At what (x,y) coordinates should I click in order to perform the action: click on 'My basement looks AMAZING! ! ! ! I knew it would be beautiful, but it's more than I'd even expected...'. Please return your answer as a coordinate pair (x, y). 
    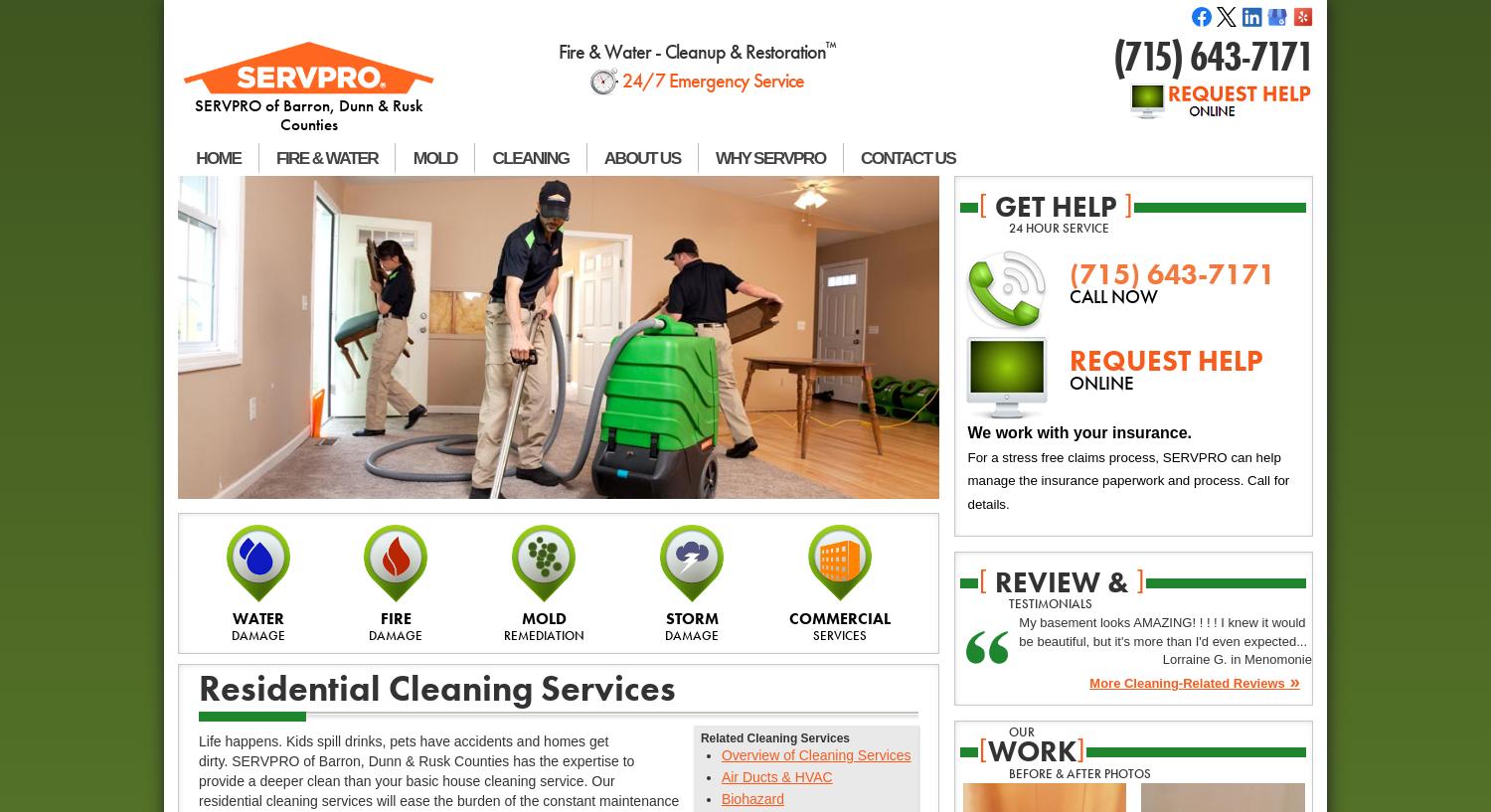
    Looking at the image, I should click on (1163, 631).